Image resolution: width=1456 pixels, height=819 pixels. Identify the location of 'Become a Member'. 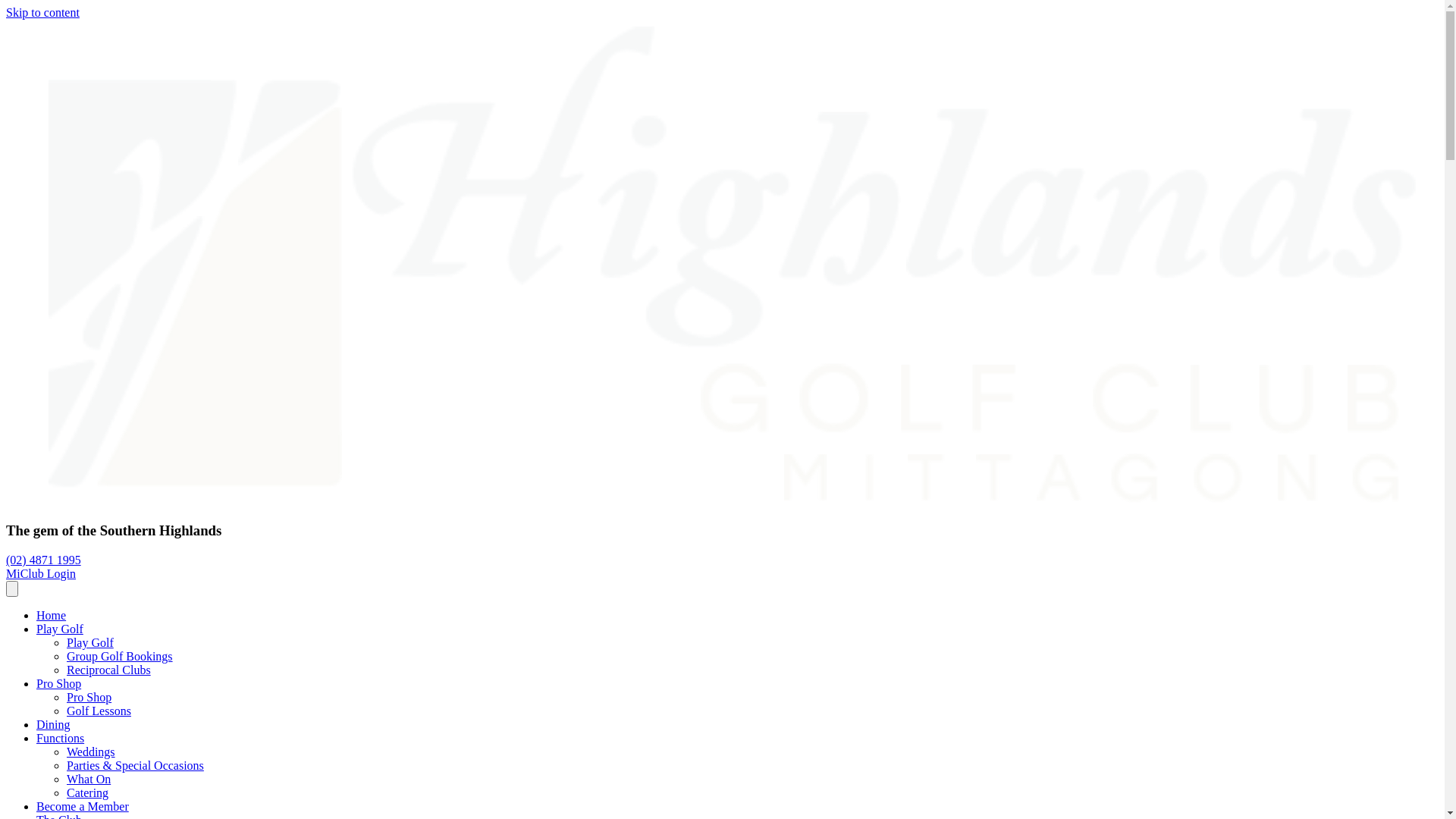
(82, 805).